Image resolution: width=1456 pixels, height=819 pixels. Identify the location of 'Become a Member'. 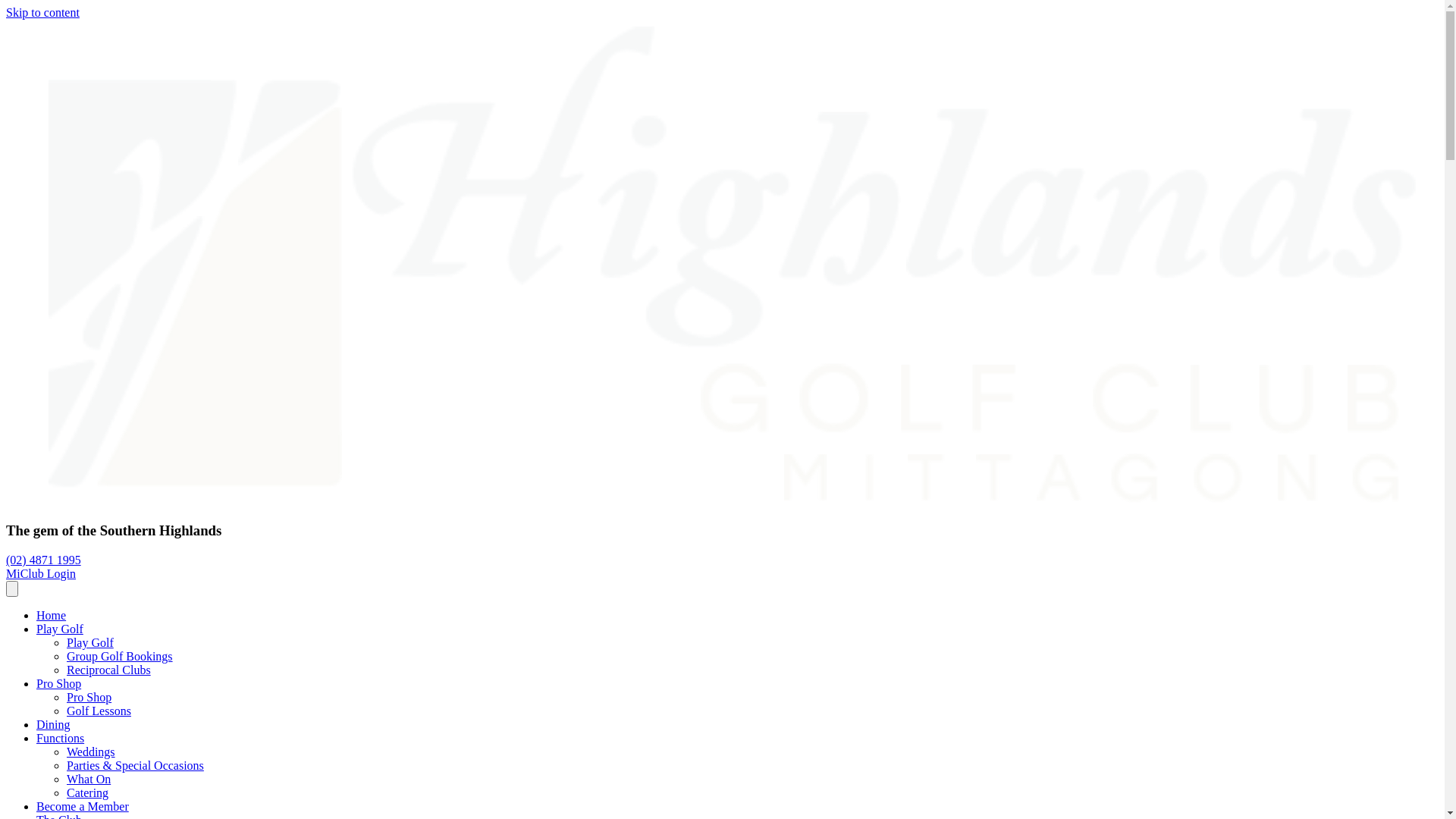
(82, 805).